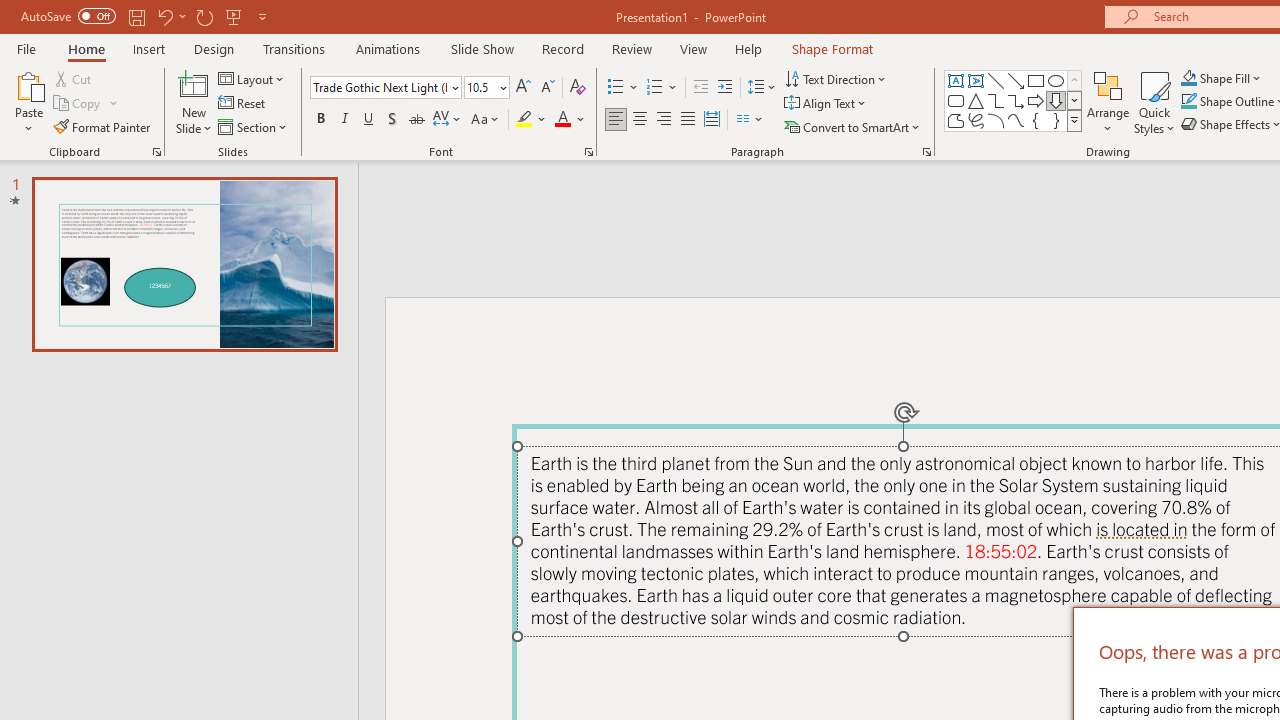  Describe the element at coordinates (688, 119) in the screenshot. I see `'Justify'` at that location.